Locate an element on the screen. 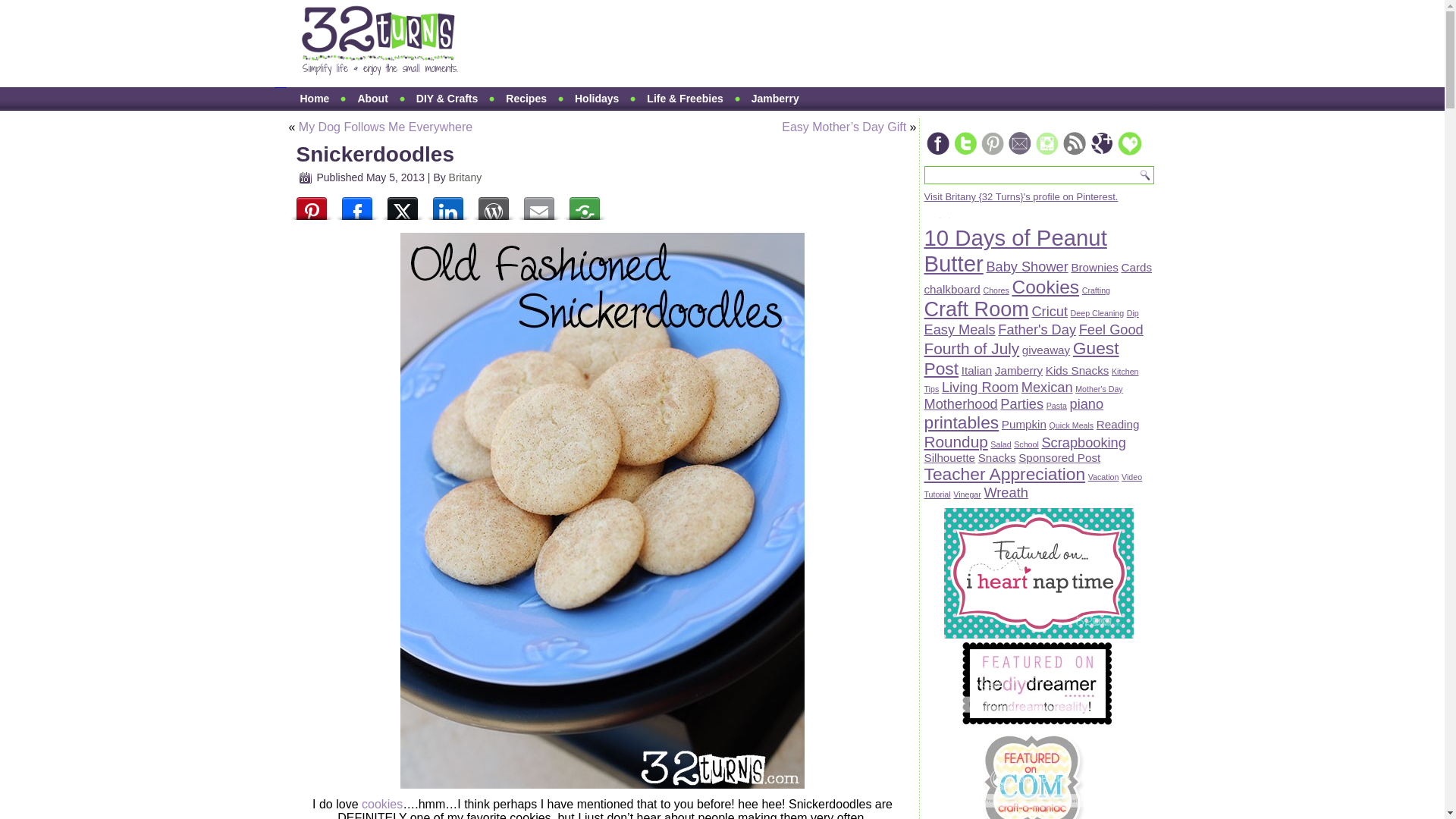 Image resolution: width=1456 pixels, height=819 pixels. 'Pasta' is located at coordinates (1056, 405).